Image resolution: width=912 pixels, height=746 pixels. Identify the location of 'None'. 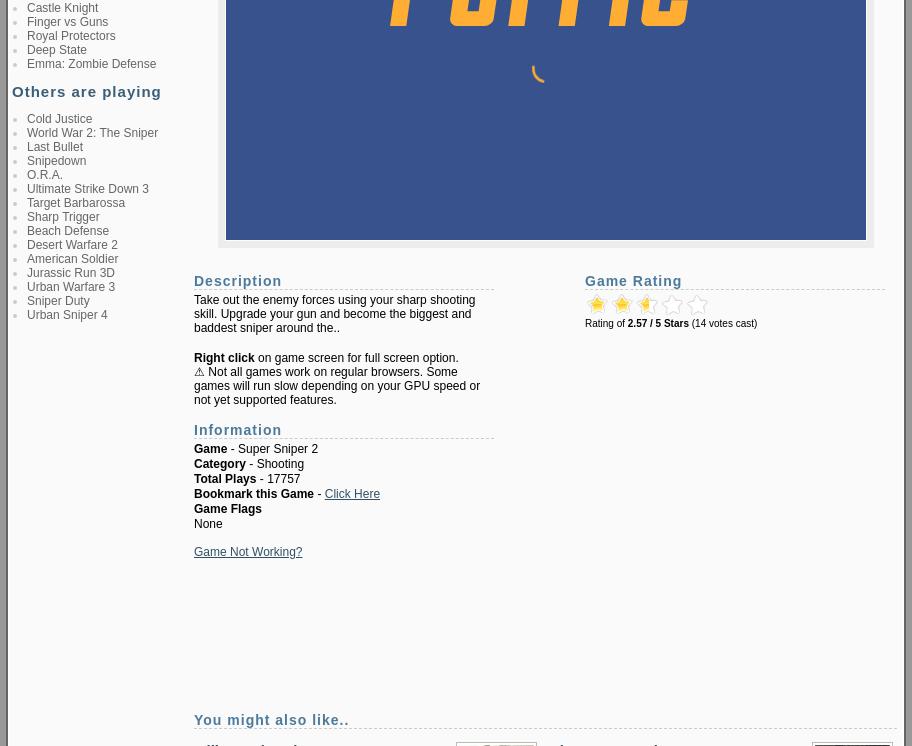
(207, 523).